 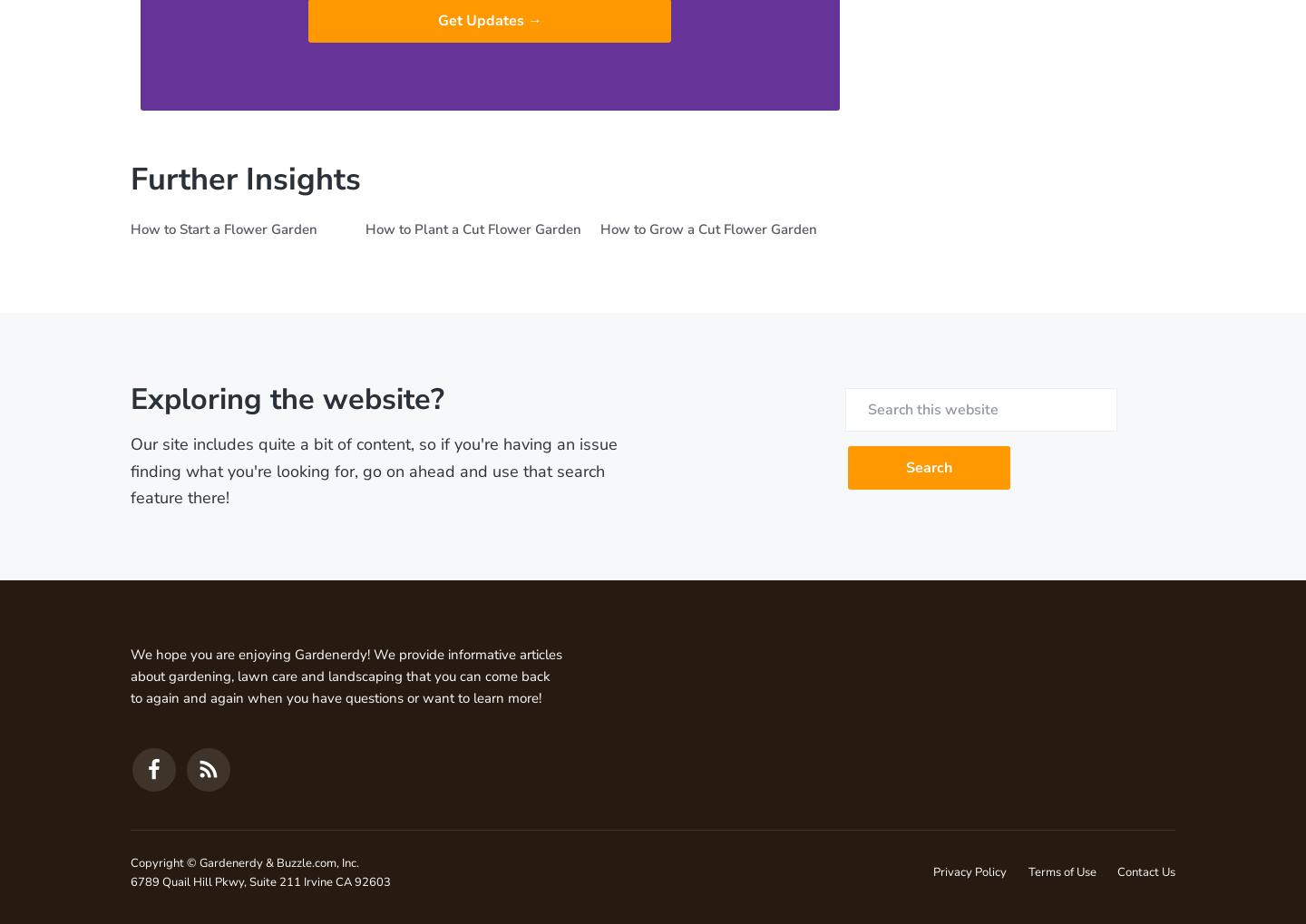 I want to click on 'Privacy Policy', so click(x=970, y=871).